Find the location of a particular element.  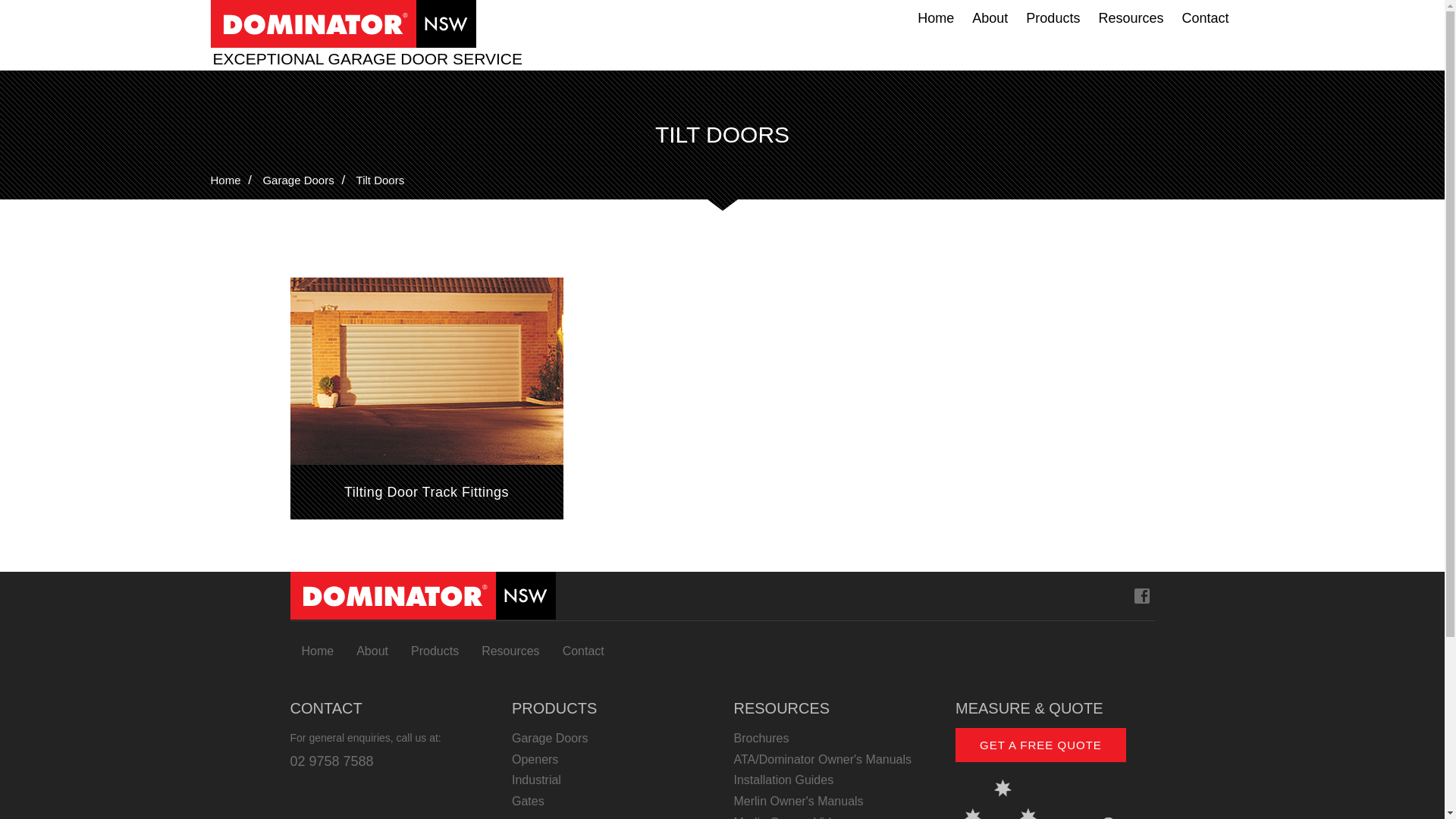

'Garage Doors' is located at coordinates (298, 179).